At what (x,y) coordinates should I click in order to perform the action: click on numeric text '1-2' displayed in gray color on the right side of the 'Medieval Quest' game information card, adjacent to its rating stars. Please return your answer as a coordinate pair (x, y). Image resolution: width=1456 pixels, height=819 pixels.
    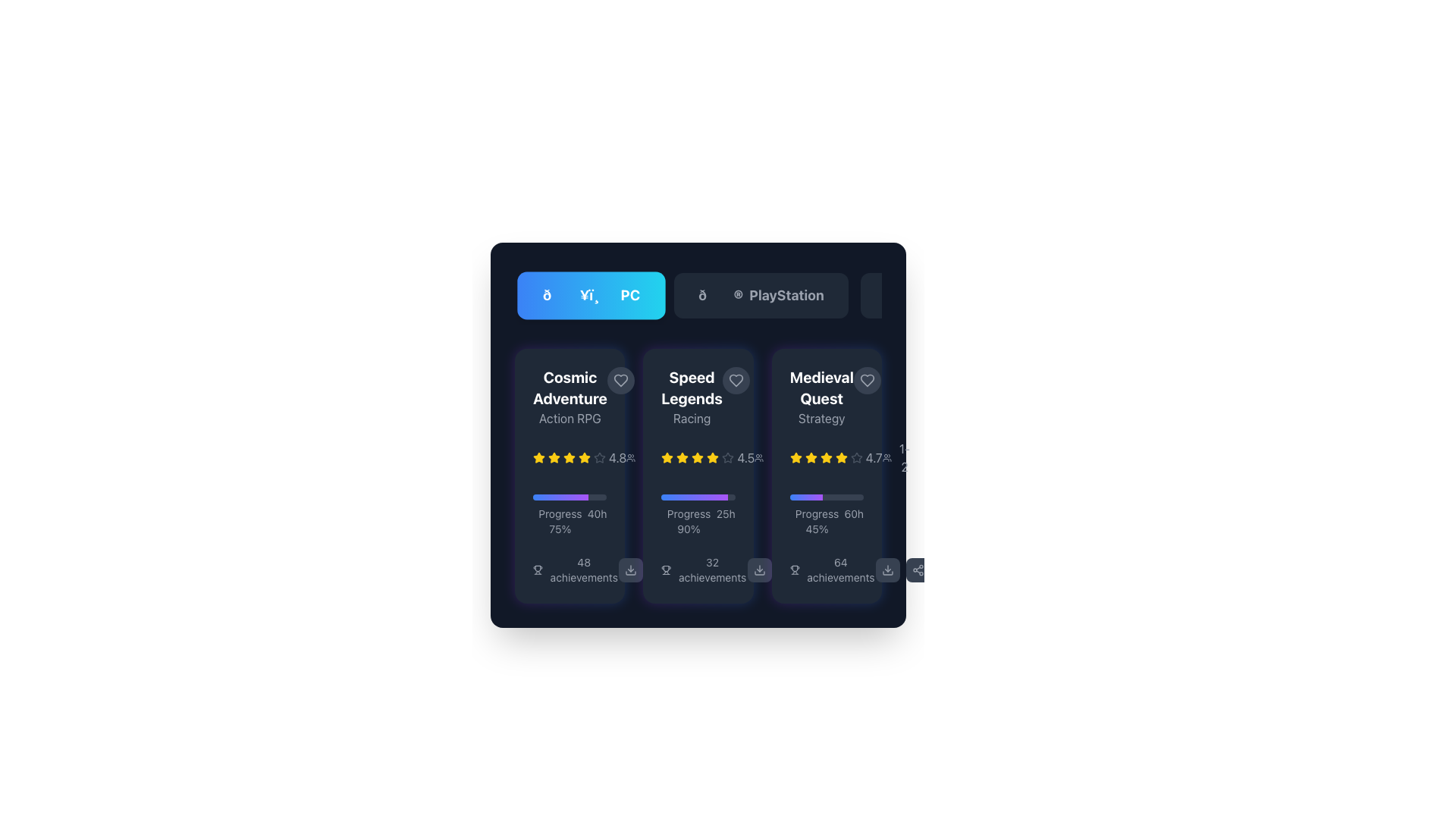
    Looking at the image, I should click on (905, 457).